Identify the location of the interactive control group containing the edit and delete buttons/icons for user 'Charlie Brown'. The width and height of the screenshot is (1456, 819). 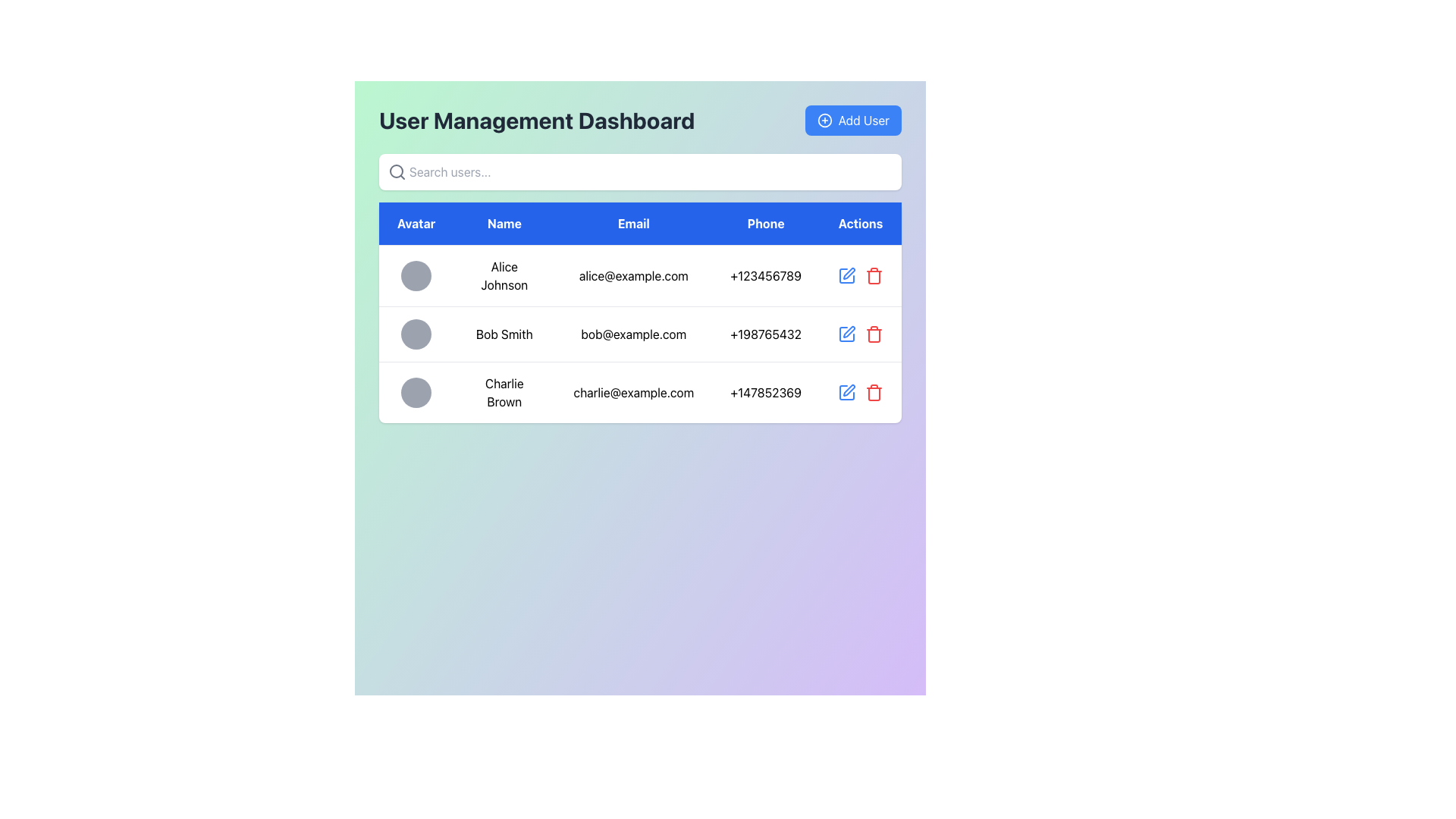
(860, 391).